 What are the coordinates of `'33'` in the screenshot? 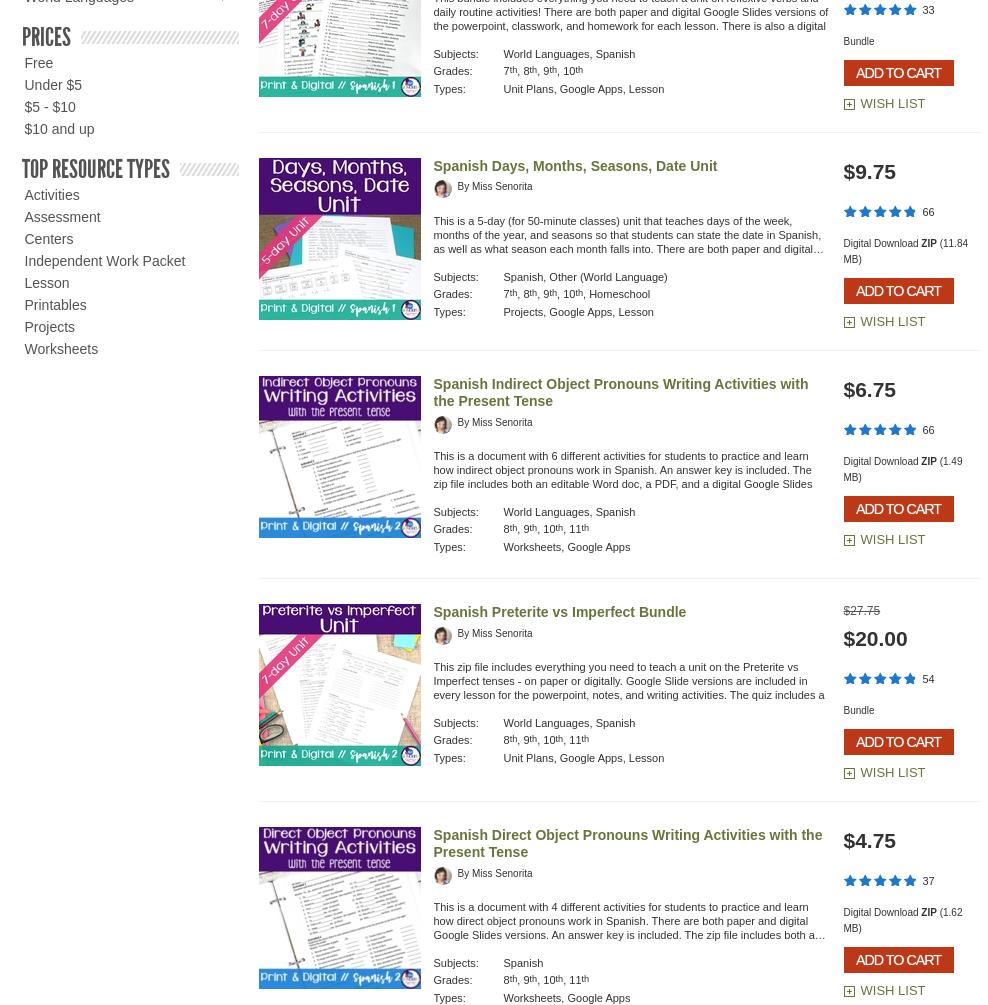 It's located at (928, 10).